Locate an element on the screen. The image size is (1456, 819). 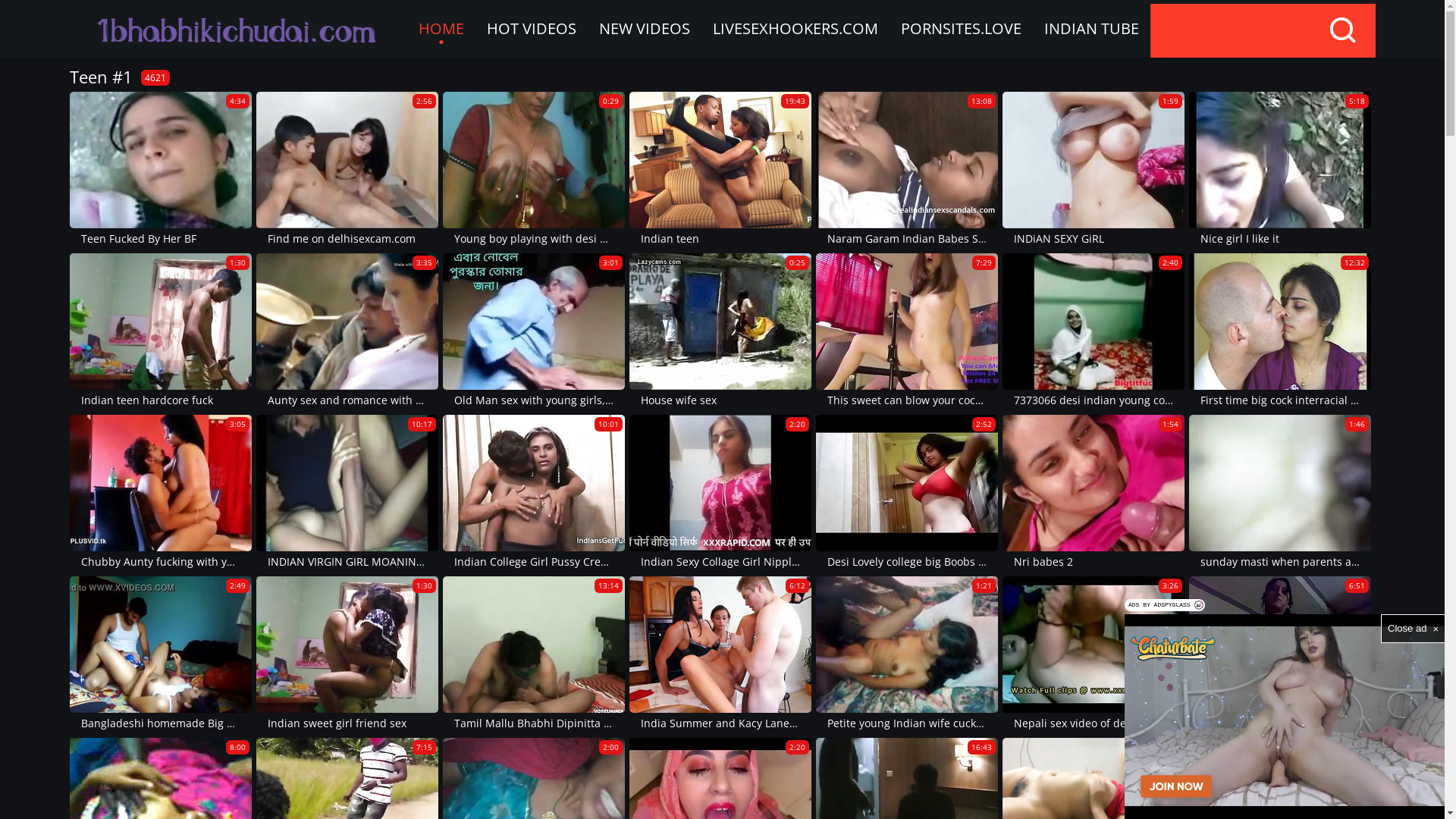
'HOME' is located at coordinates (439, 29).